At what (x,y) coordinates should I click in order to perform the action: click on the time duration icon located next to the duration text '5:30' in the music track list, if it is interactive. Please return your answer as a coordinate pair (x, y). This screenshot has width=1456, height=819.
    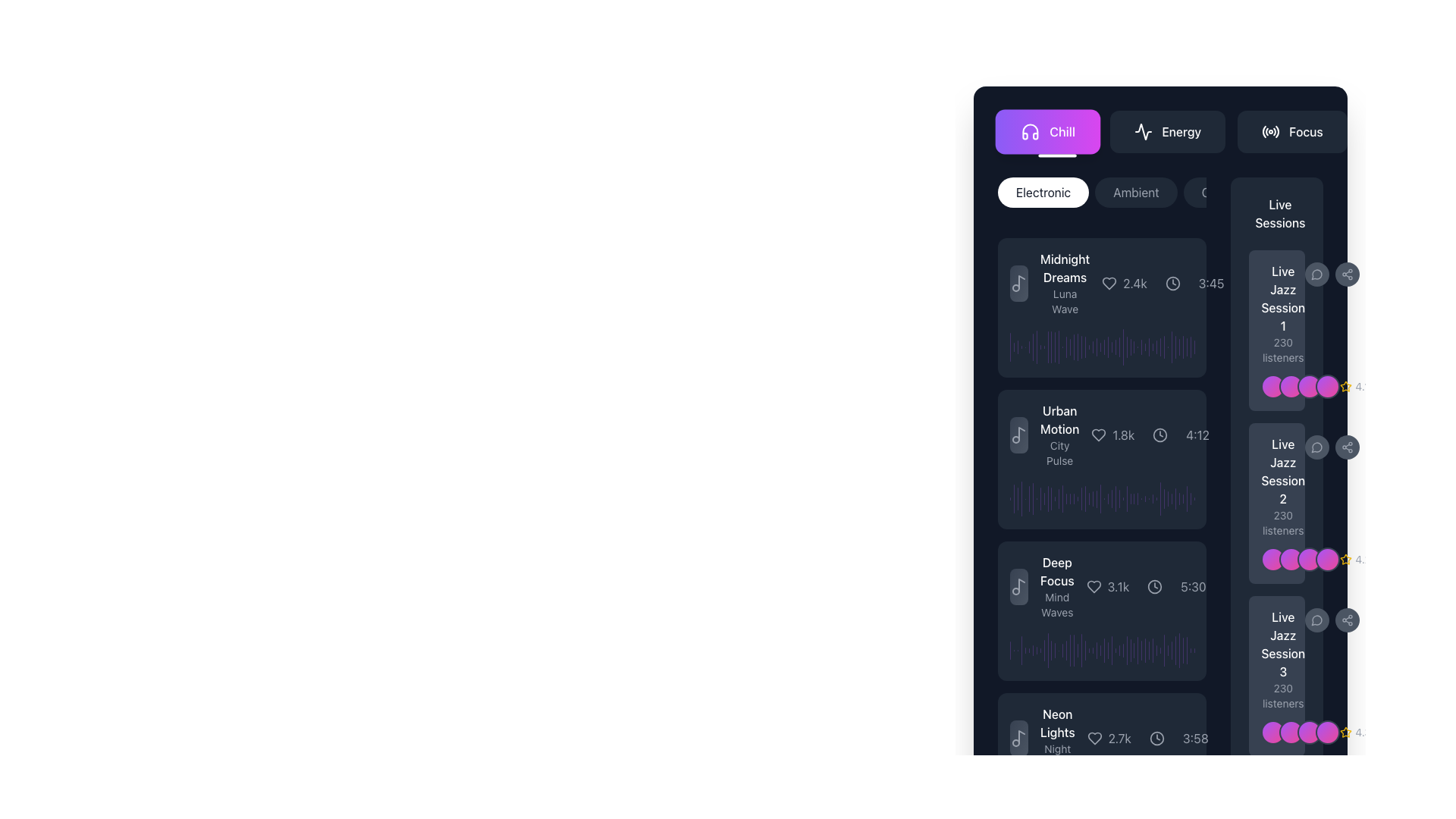
    Looking at the image, I should click on (1153, 586).